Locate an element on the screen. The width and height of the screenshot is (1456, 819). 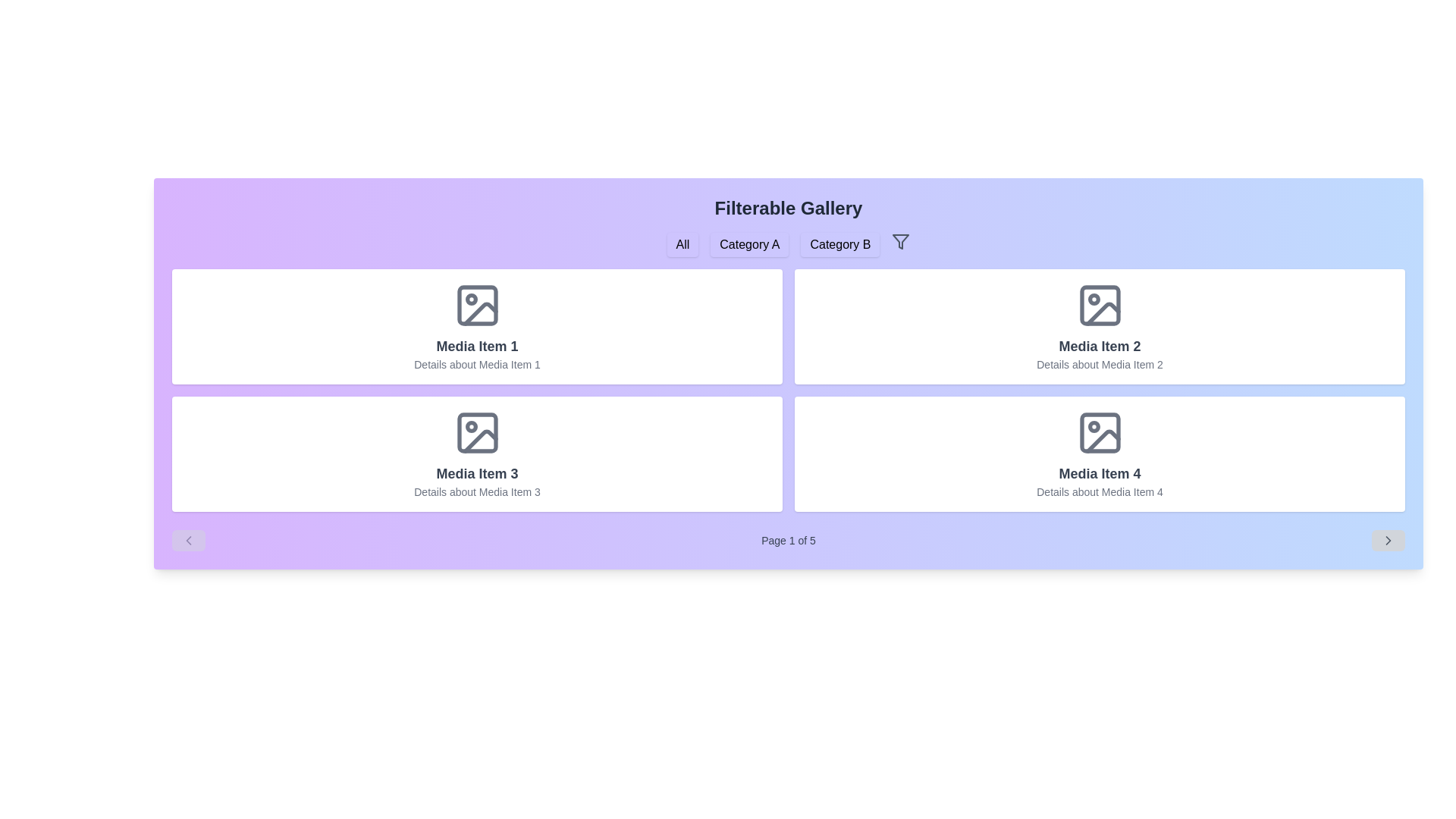
the icon element that serves as a visual indicator within the card labeled 'Media Item 2', located in the top-right of the grid interface is located at coordinates (1094, 299).